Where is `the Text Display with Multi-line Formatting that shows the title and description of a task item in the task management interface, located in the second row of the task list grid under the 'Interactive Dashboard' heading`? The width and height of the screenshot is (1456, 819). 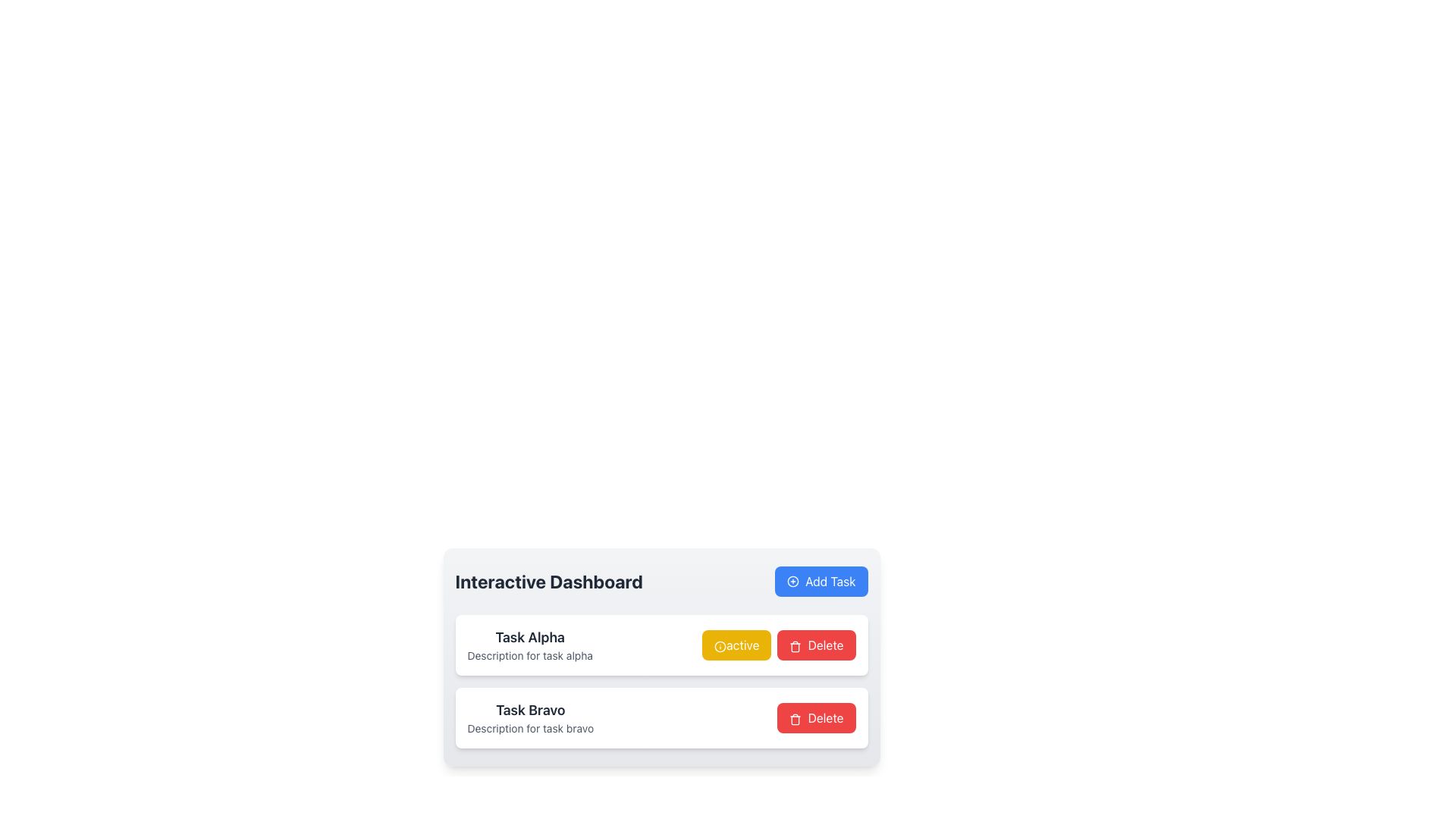 the Text Display with Multi-line Formatting that shows the title and description of a task item in the task management interface, located in the second row of the task list grid under the 'Interactive Dashboard' heading is located at coordinates (530, 717).